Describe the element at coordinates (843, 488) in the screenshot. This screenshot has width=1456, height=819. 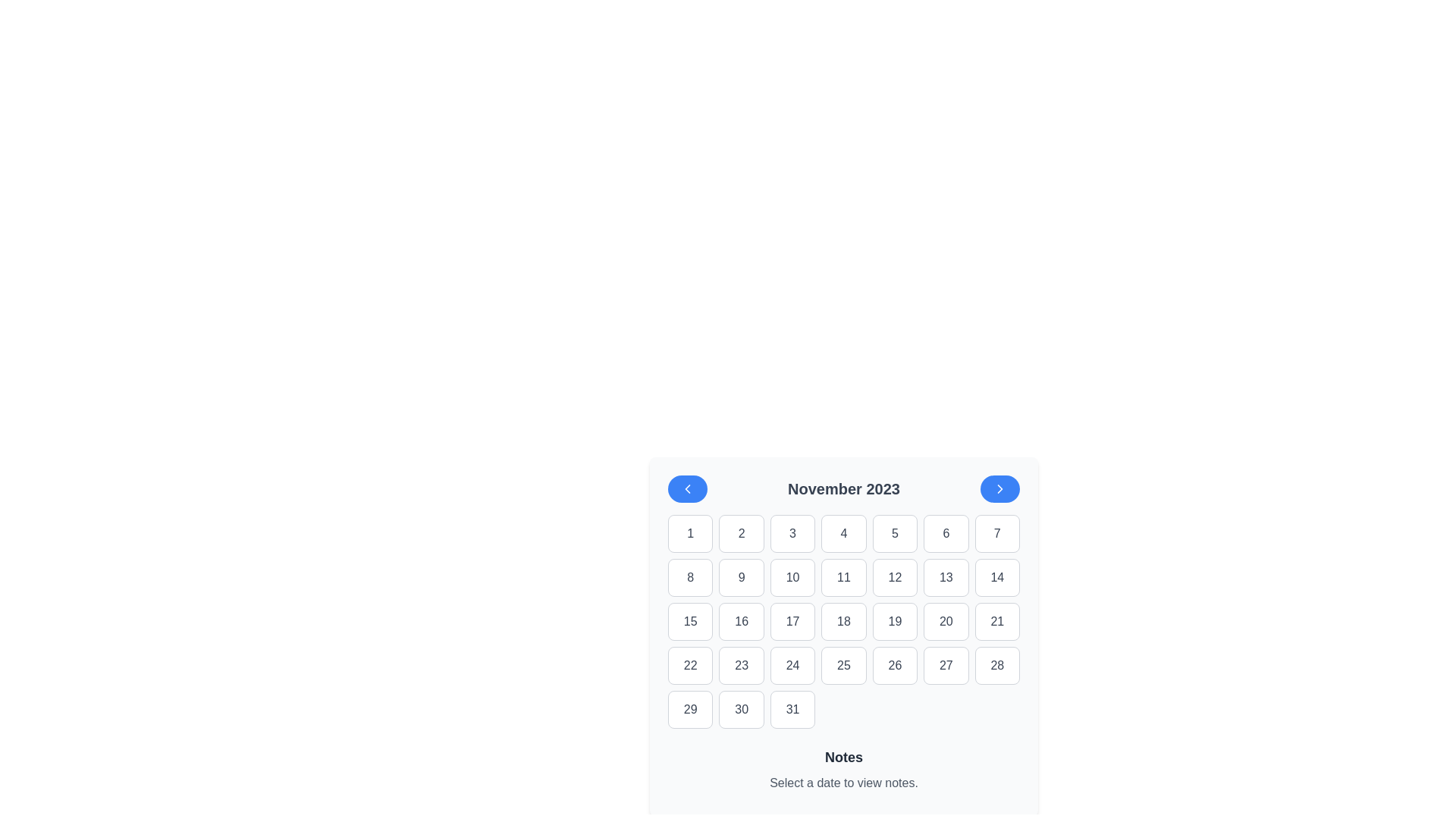
I see `text content of the Label that indicates the currently selected month and year for the calendar` at that location.